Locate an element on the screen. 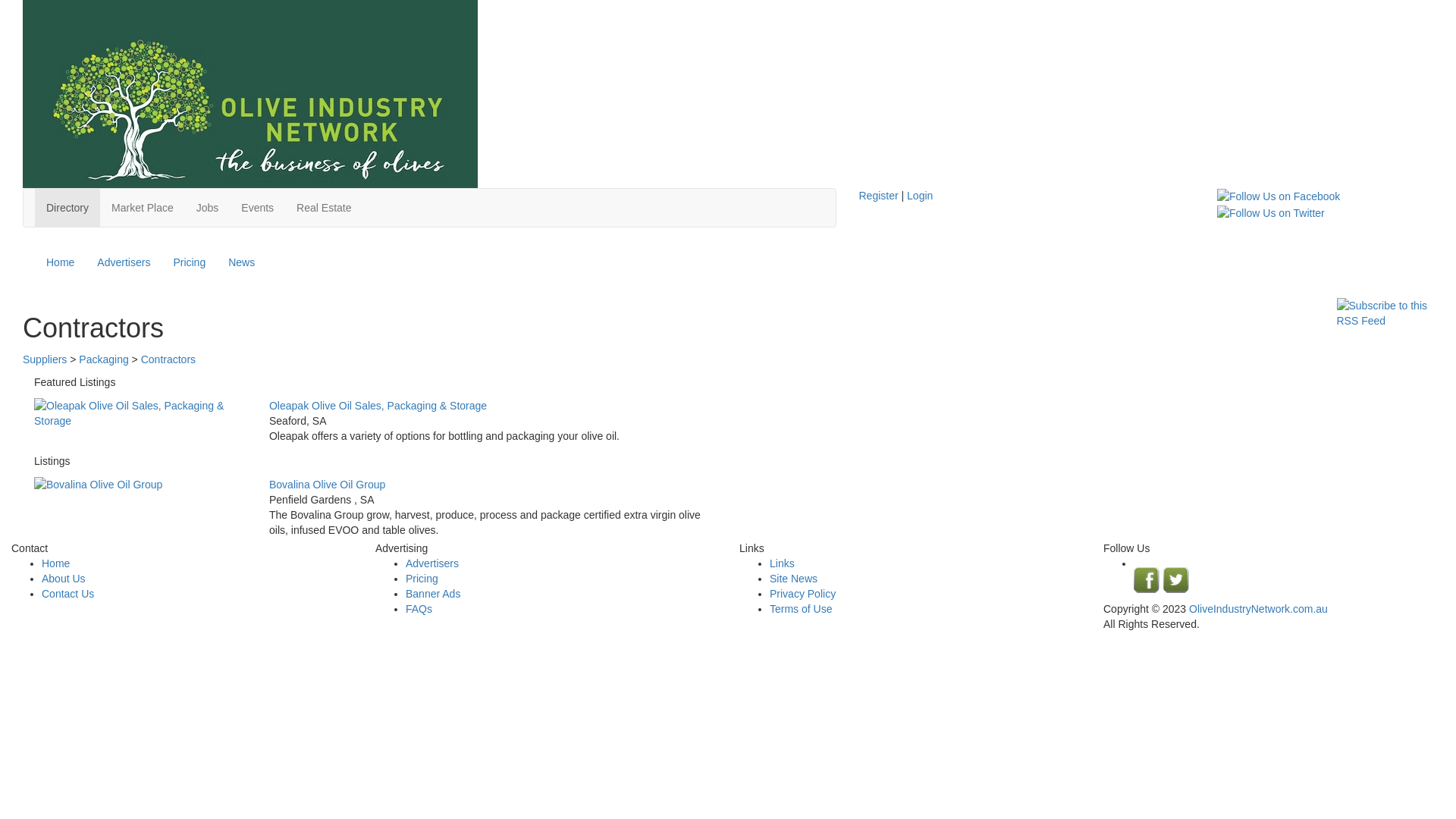 The width and height of the screenshot is (1456, 819). 'Events' is located at coordinates (257, 207).